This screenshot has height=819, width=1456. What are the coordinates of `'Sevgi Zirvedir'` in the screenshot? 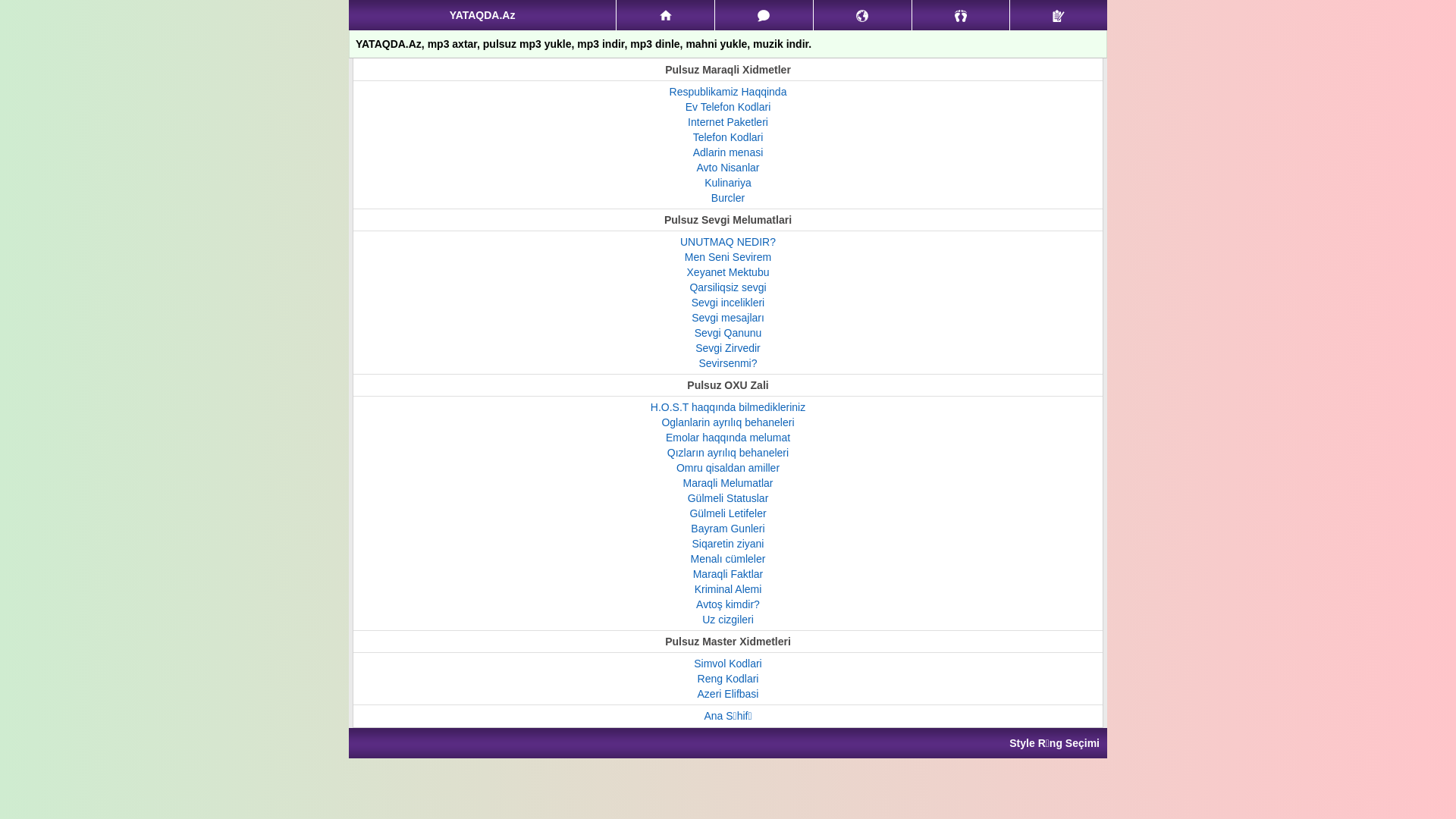 It's located at (728, 348).